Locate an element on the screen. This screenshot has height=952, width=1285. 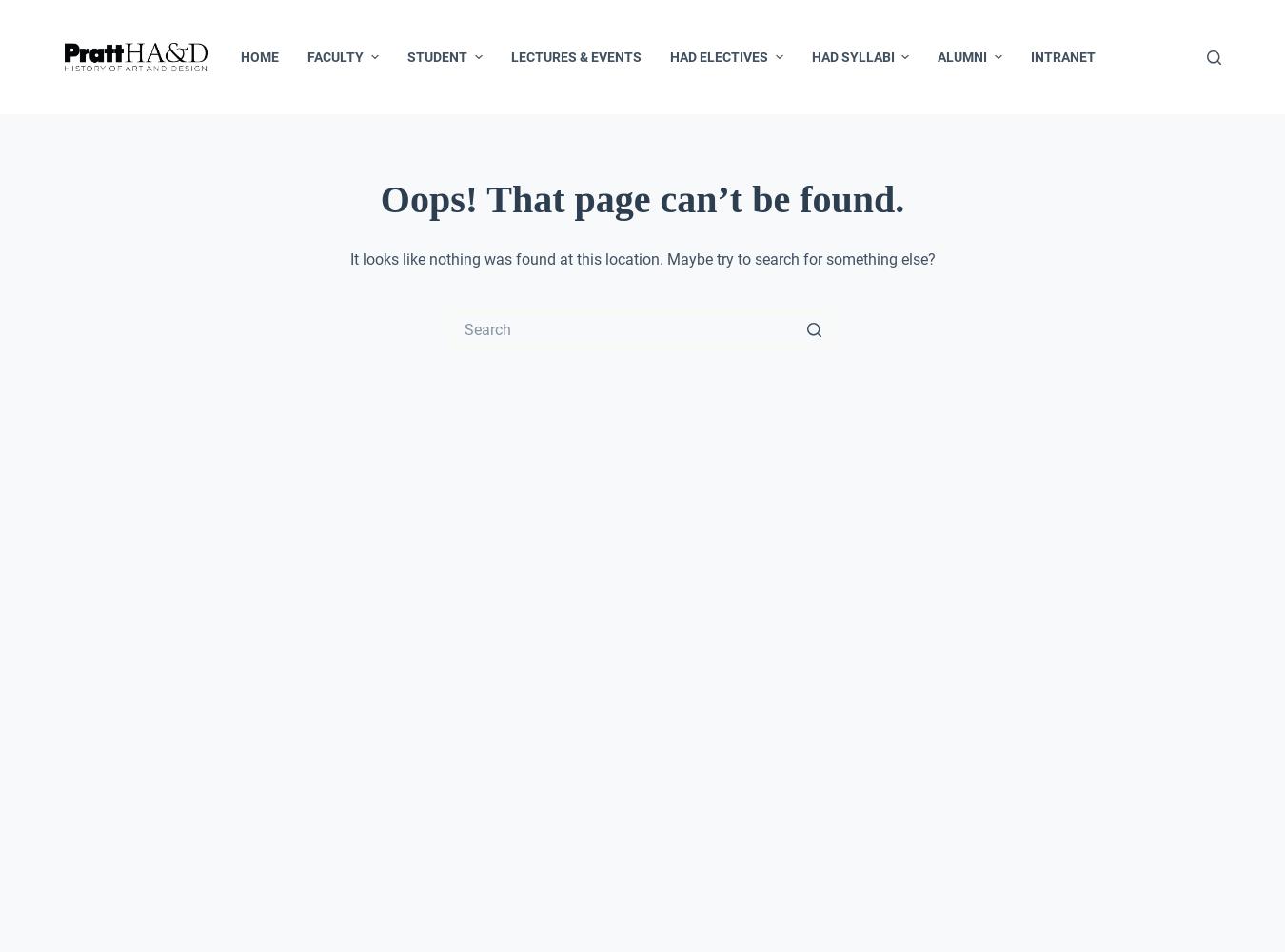
'HAD Department Calendar (SU24 – SP25)' is located at coordinates (473, 389).